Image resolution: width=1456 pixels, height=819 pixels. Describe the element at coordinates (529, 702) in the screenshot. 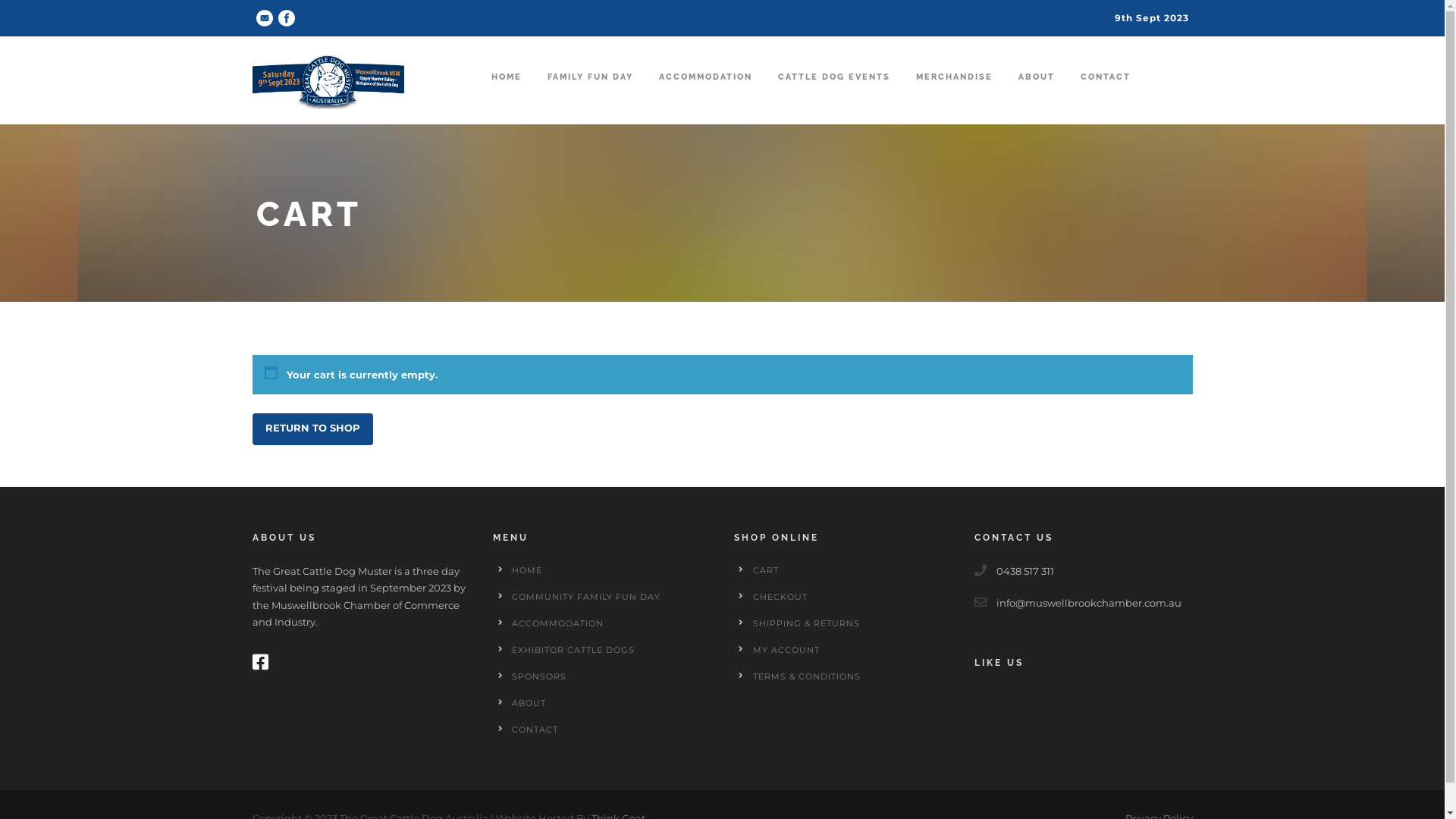

I see `'ABOUT'` at that location.